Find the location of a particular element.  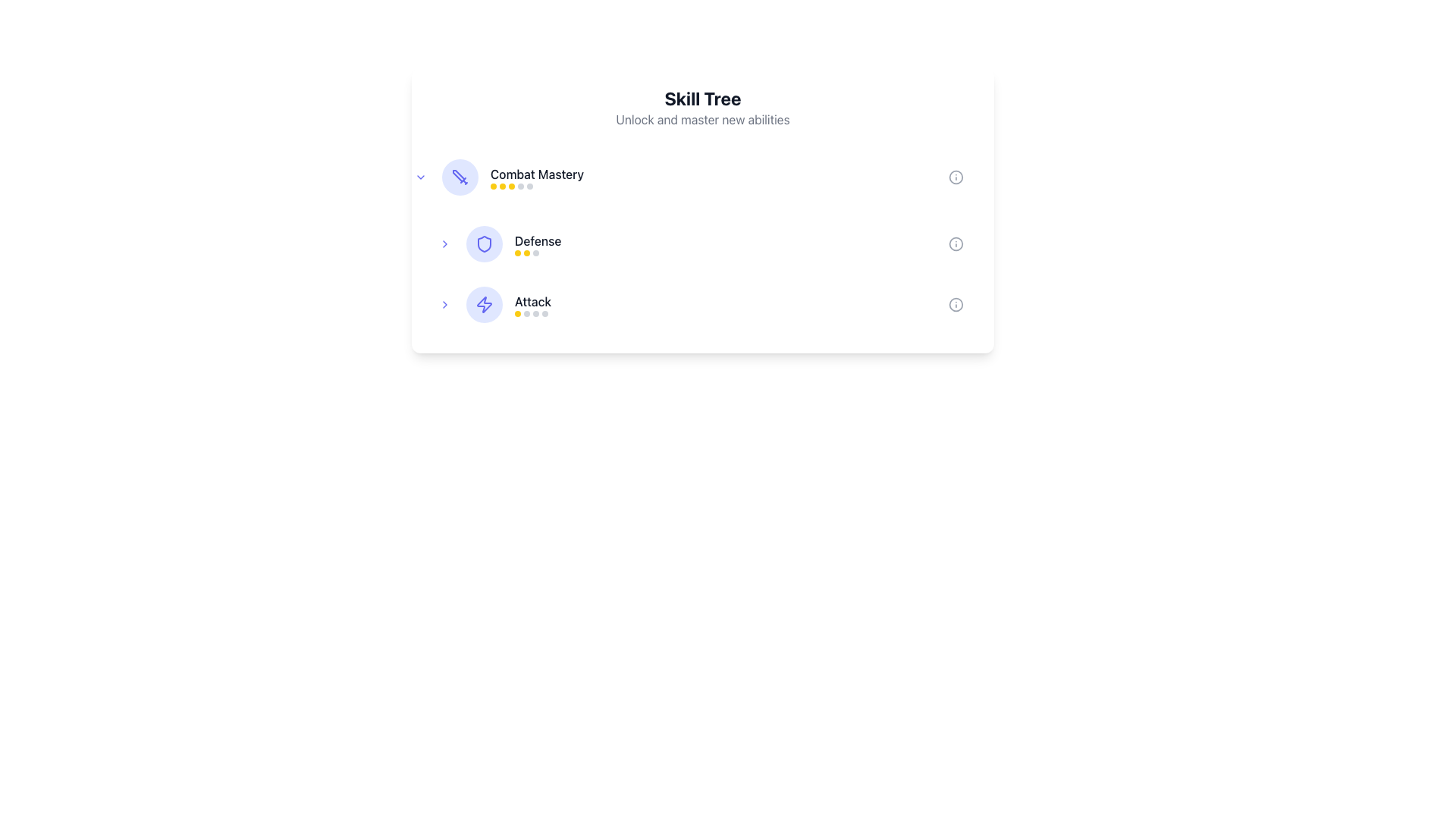

the text label element displaying the word 'Defense', which is the second label in a vertical list of skill categories, located below 'Combat Mastery' and above 'Attack' is located at coordinates (538, 240).